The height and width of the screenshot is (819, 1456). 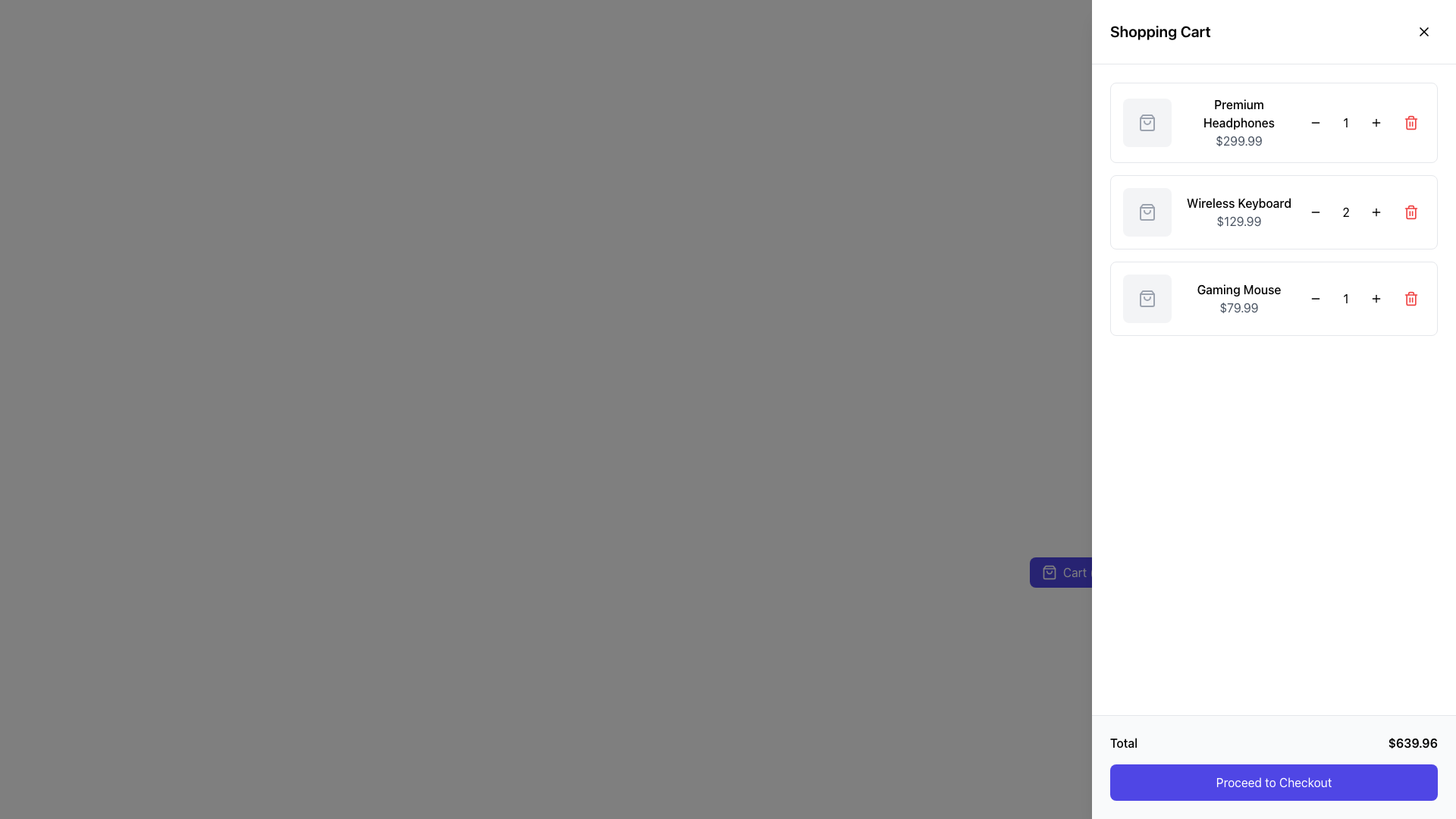 What do you see at coordinates (1073, 573) in the screenshot?
I see `the shopping cart button located near the top-left corner of the shopping cart pane` at bounding box center [1073, 573].